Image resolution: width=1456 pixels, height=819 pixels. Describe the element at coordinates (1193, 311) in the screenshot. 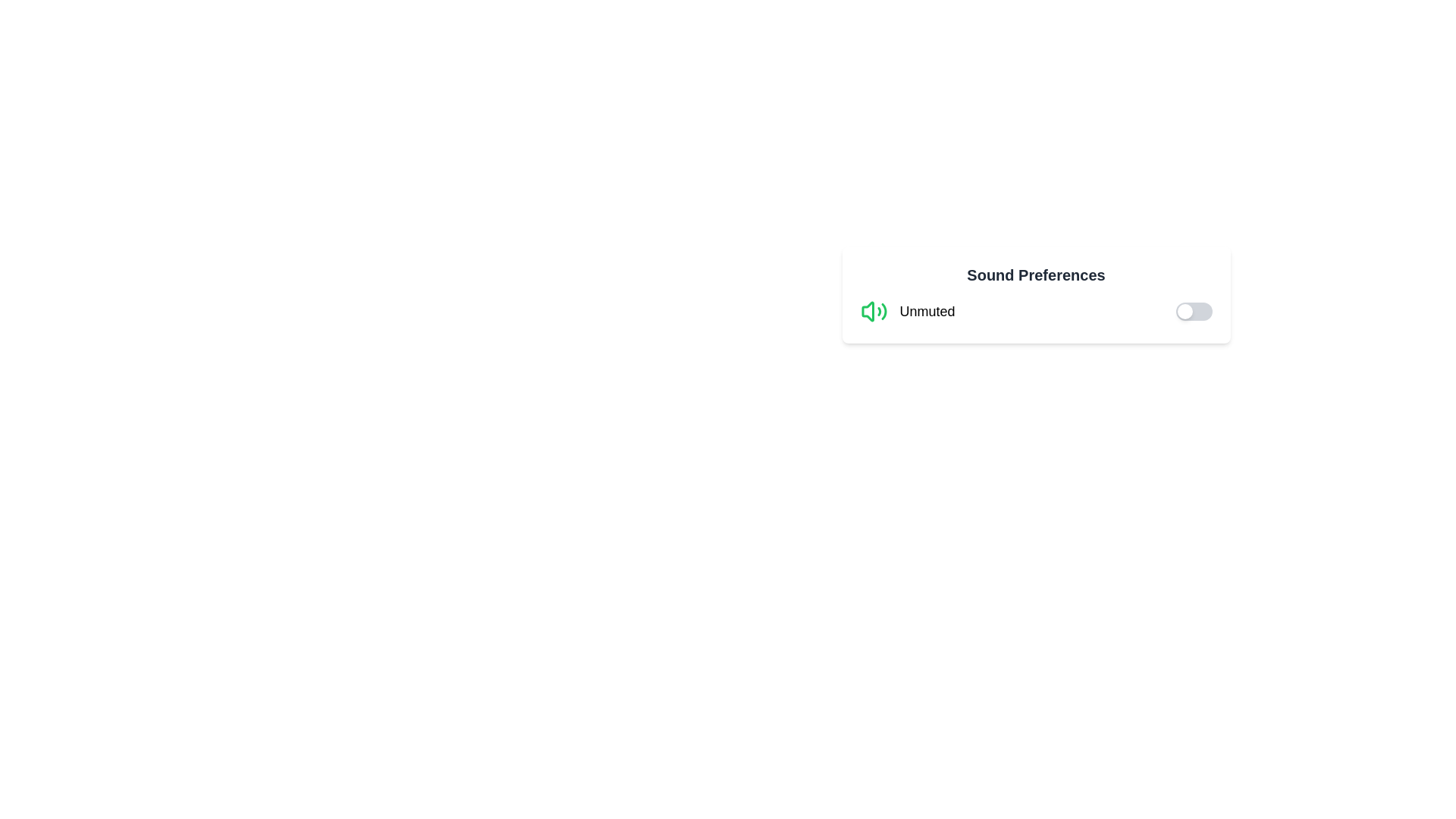

I see `the toggle switch for sound settings, which is visually distinct and located to the far right of the 'Sound Preferences' panel` at that location.